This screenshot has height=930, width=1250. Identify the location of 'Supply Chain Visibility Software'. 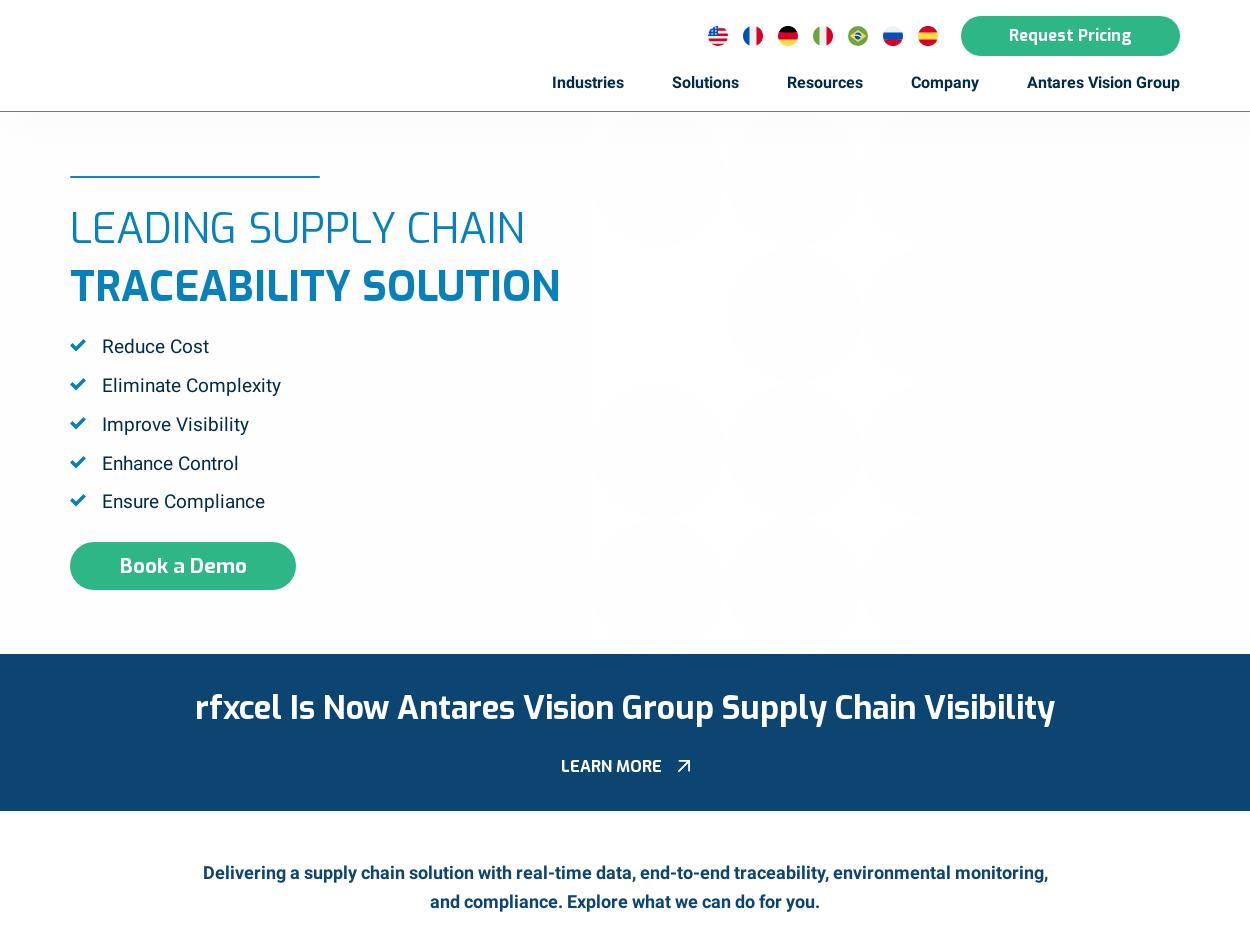
(683, 273).